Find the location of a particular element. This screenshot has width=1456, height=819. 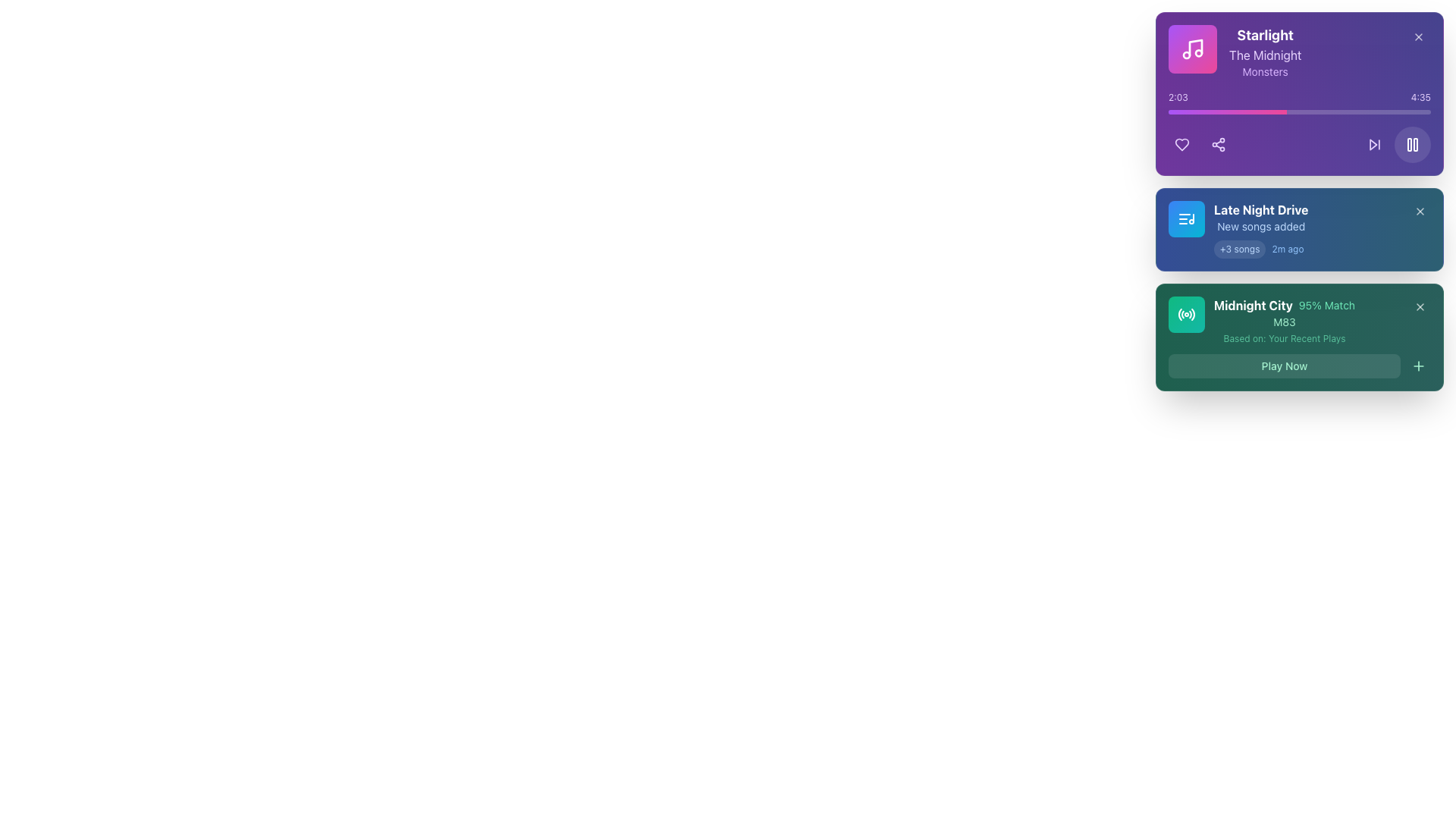

the skip-forward button icon, represented by two overlapping triangles and a vertical bar, located in the top-right portion of the 'Starlight' music card is located at coordinates (1375, 145).